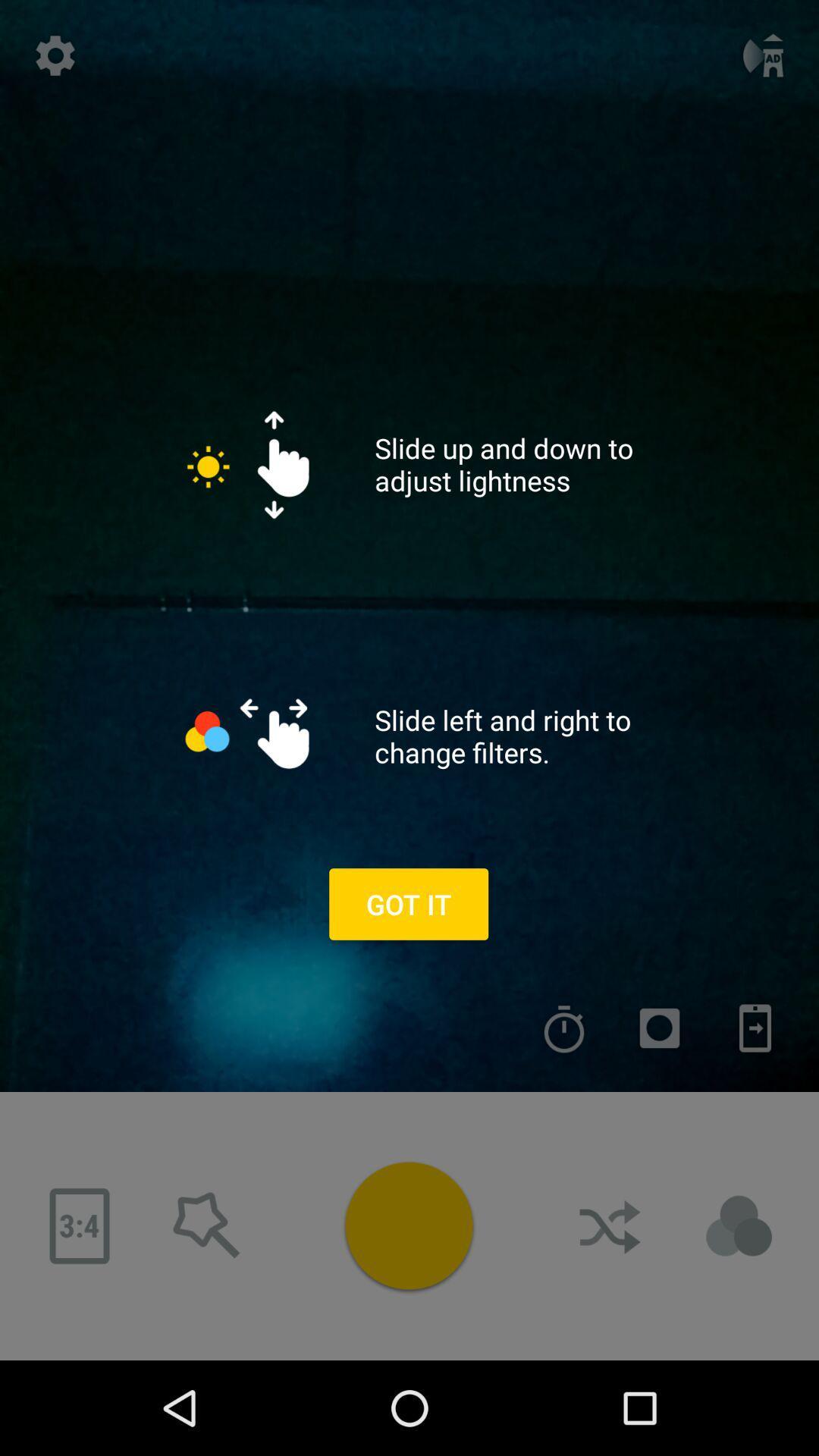 Image resolution: width=819 pixels, height=1456 pixels. Describe the element at coordinates (755, 1028) in the screenshot. I see `charge page` at that location.